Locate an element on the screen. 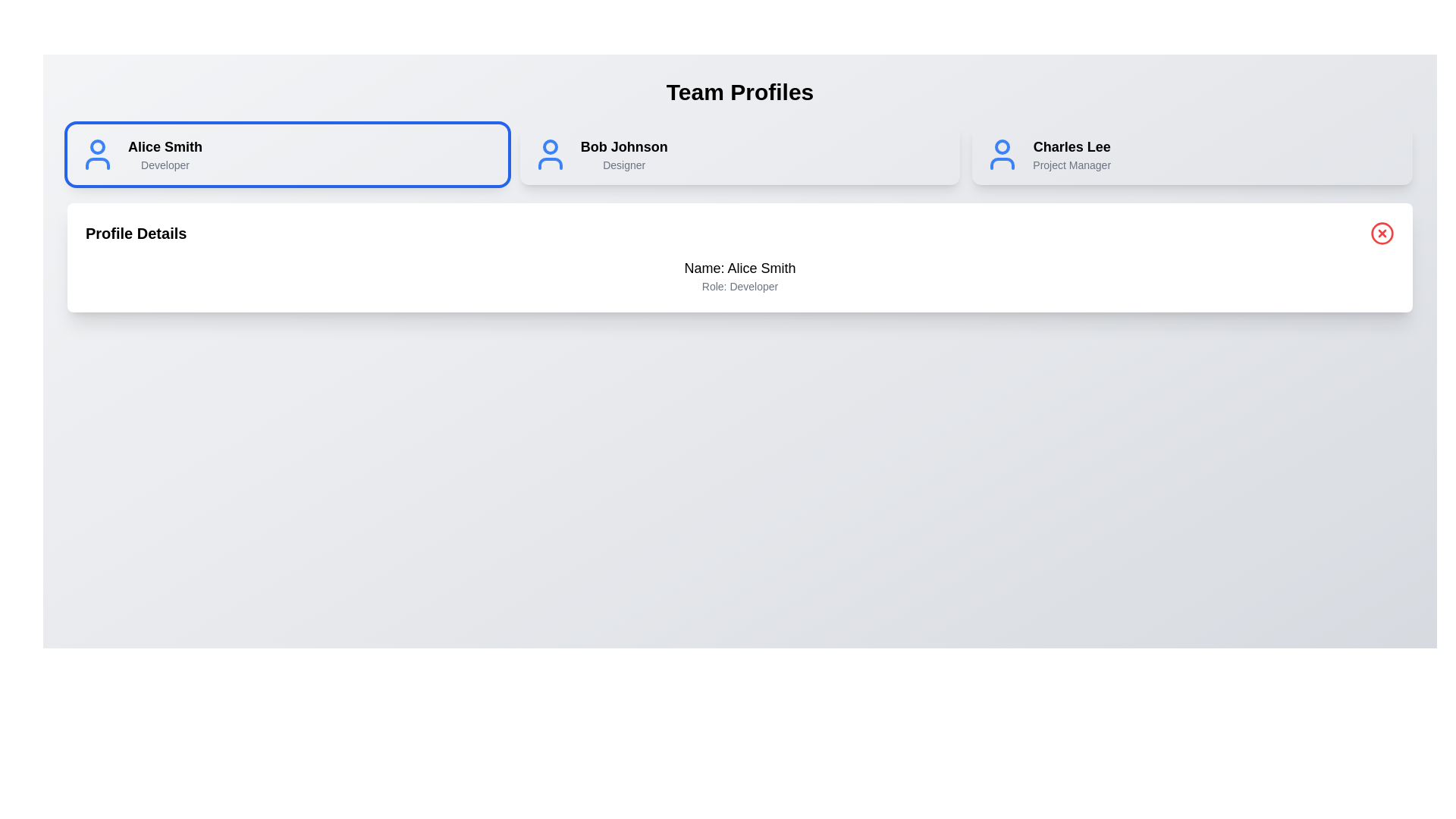  the middle user profile card labeled 'Bob Johnson' with the role 'Designer' in the grid of user profiles is located at coordinates (739, 155).